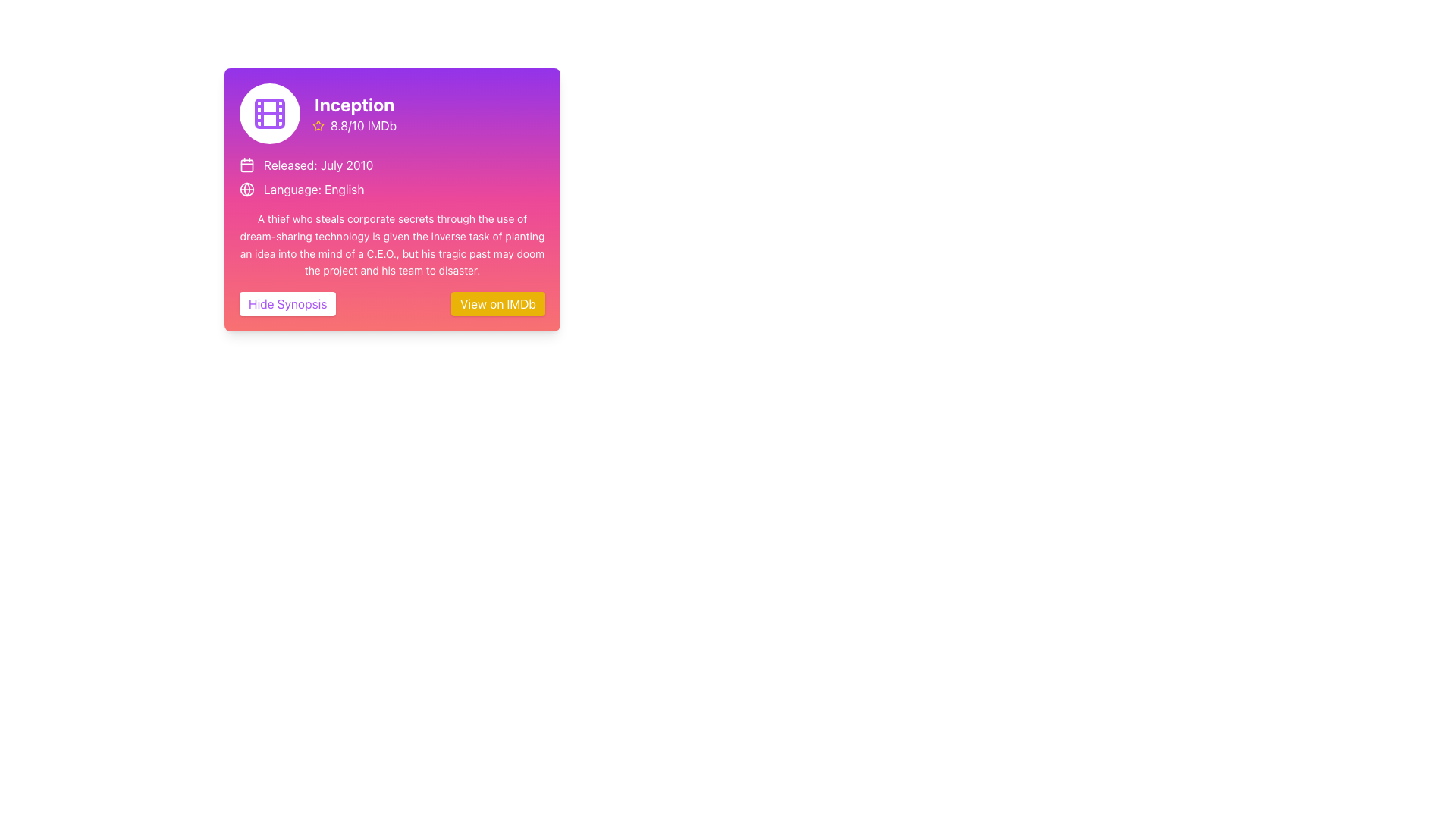 This screenshot has width=1456, height=819. I want to click on the star rating SVG icon located near the top-left section of the interface, adjacent to the IMDb rating icon for the title 'Inception', so click(318, 124).